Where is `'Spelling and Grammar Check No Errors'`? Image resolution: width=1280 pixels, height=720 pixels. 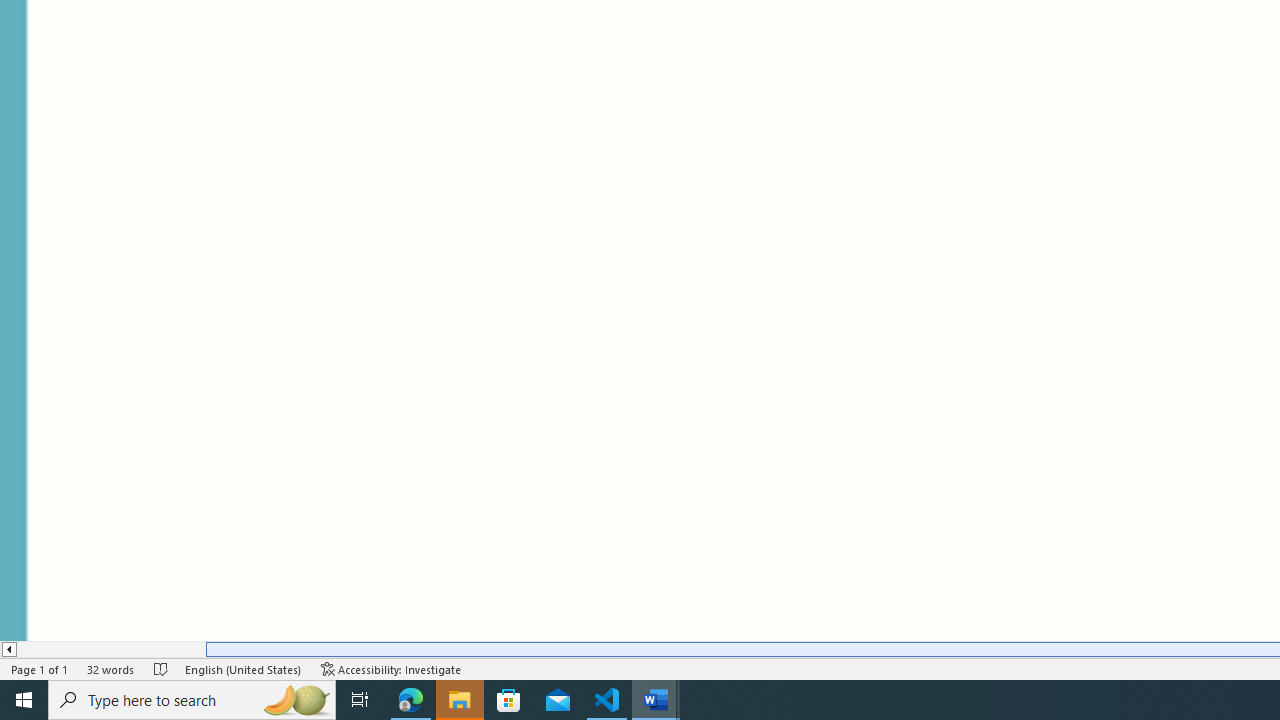 'Spelling and Grammar Check No Errors' is located at coordinates (161, 669).